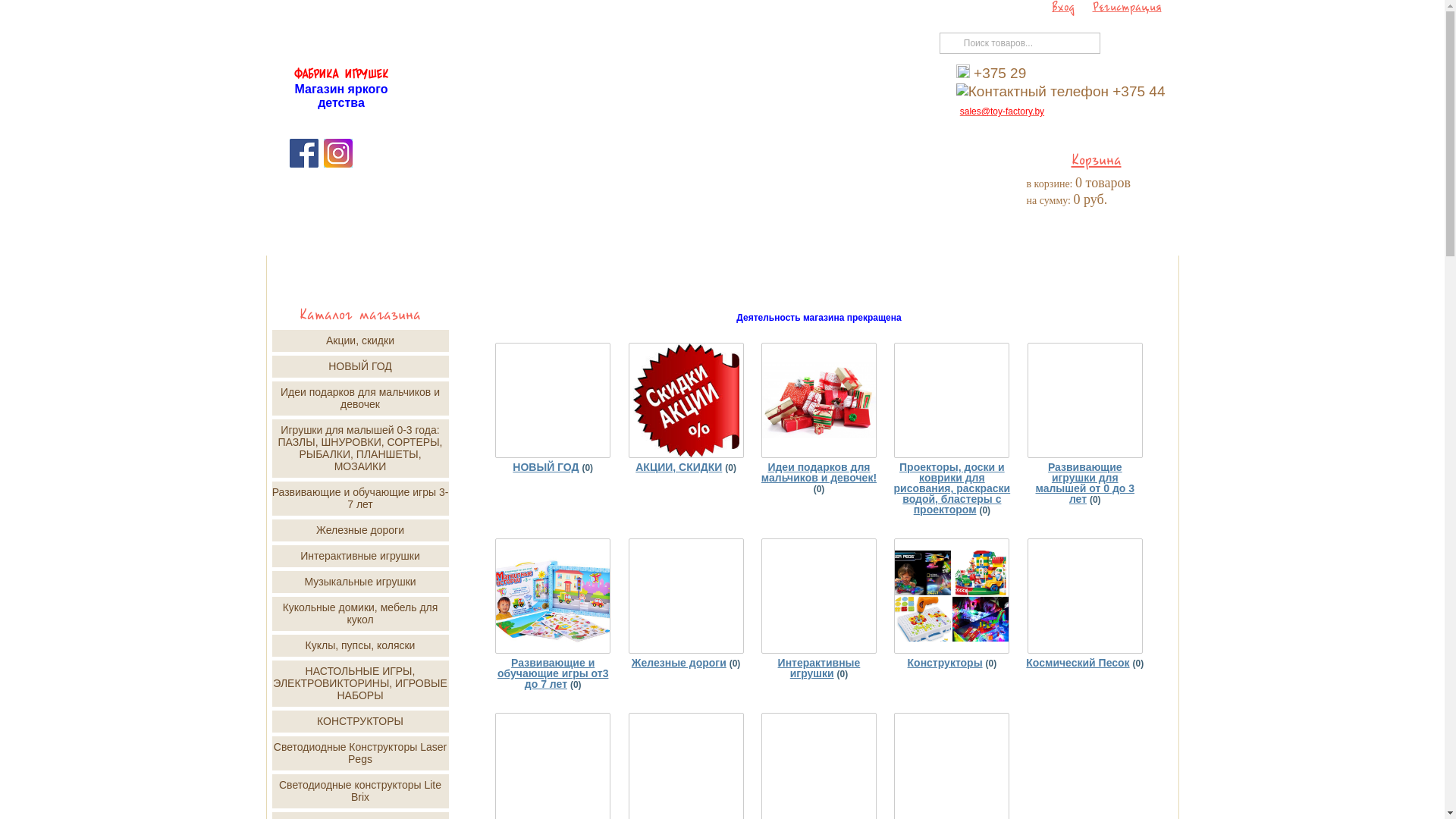 This screenshot has height=819, width=1456. I want to click on 'sales@toy-factory.by', so click(1002, 110).